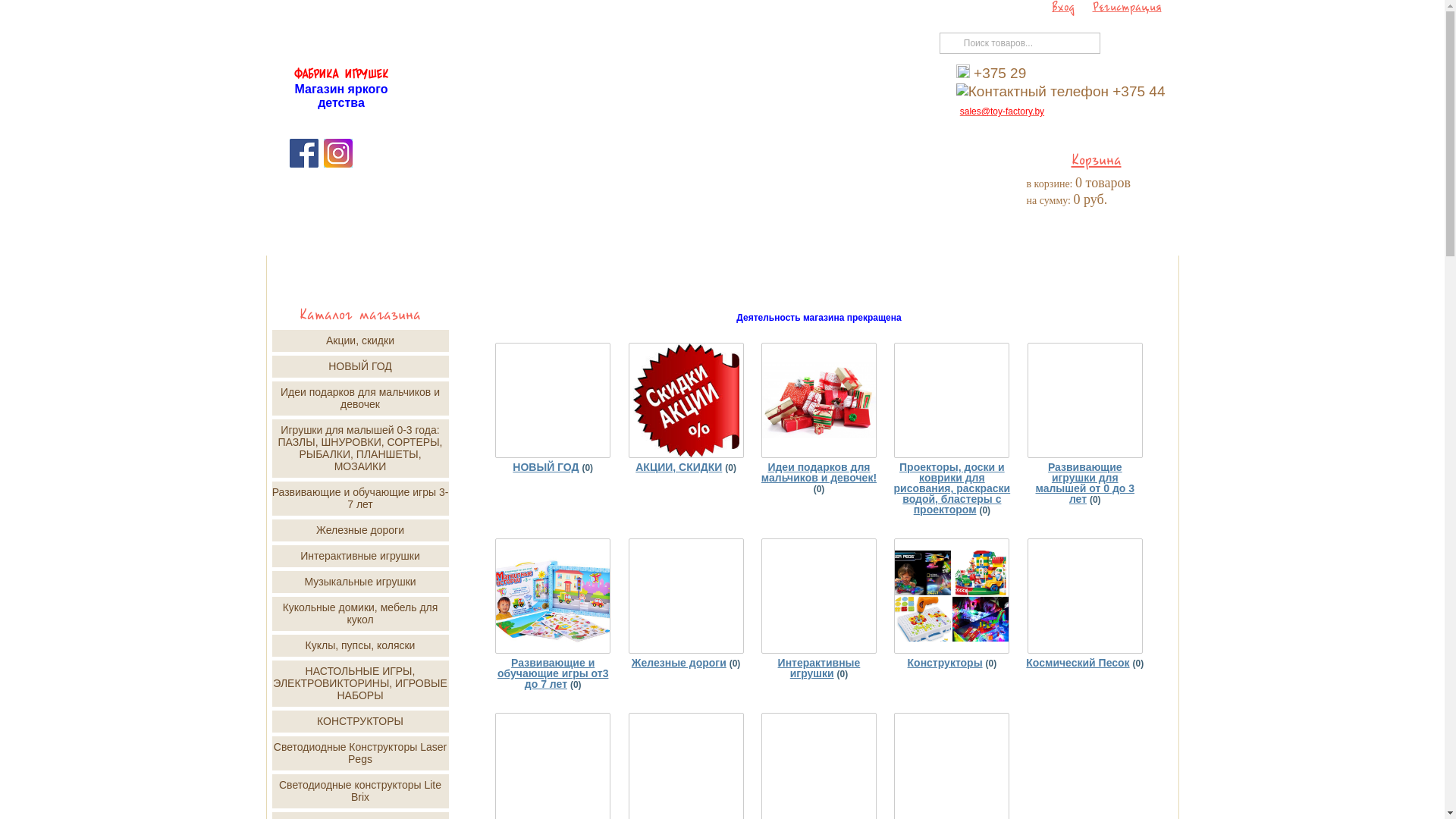 This screenshot has height=819, width=1456. I want to click on 'sales@toy-factory.by', so click(1002, 110).